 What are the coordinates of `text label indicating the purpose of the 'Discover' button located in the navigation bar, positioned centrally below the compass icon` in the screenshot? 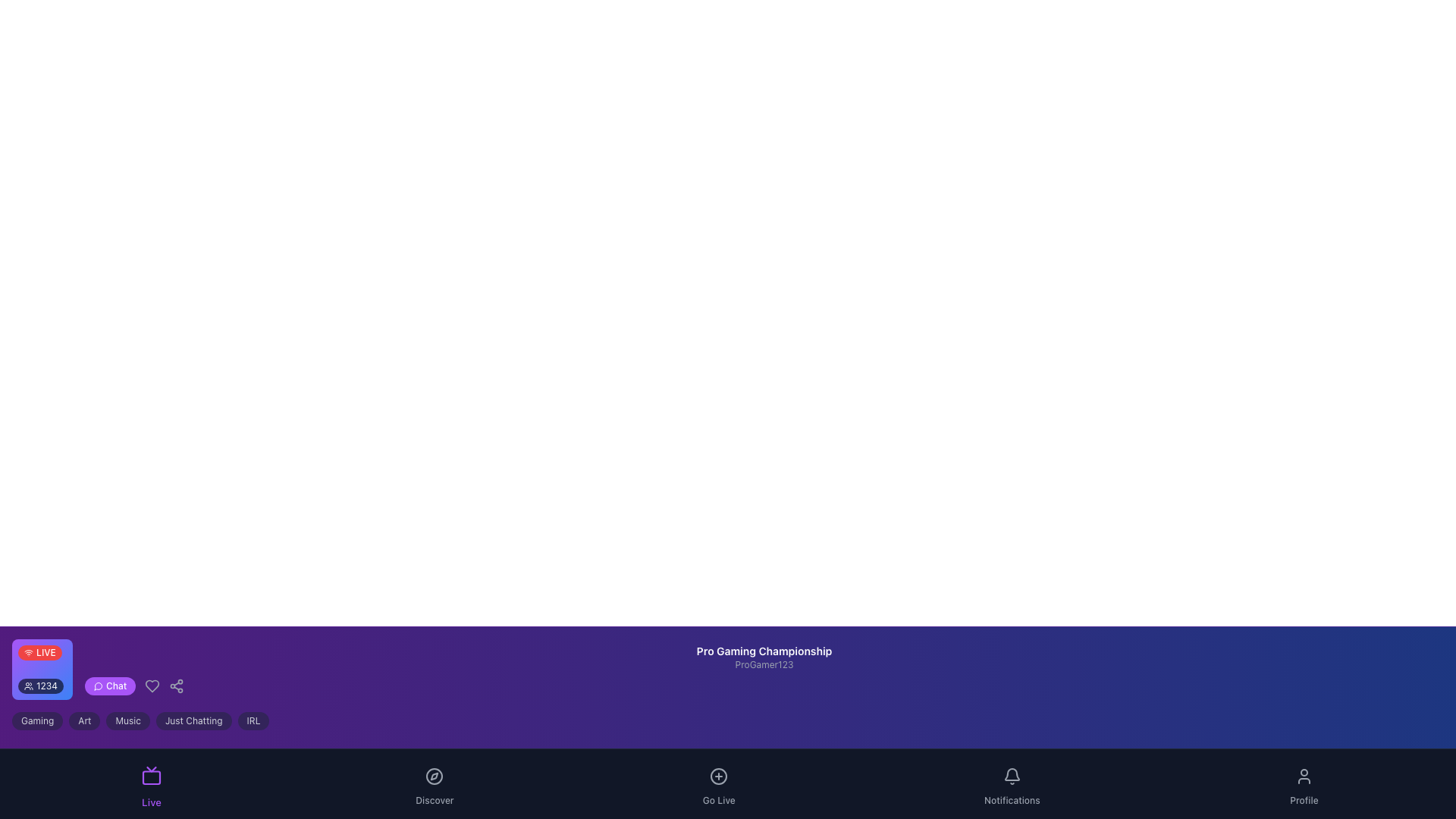 It's located at (434, 800).